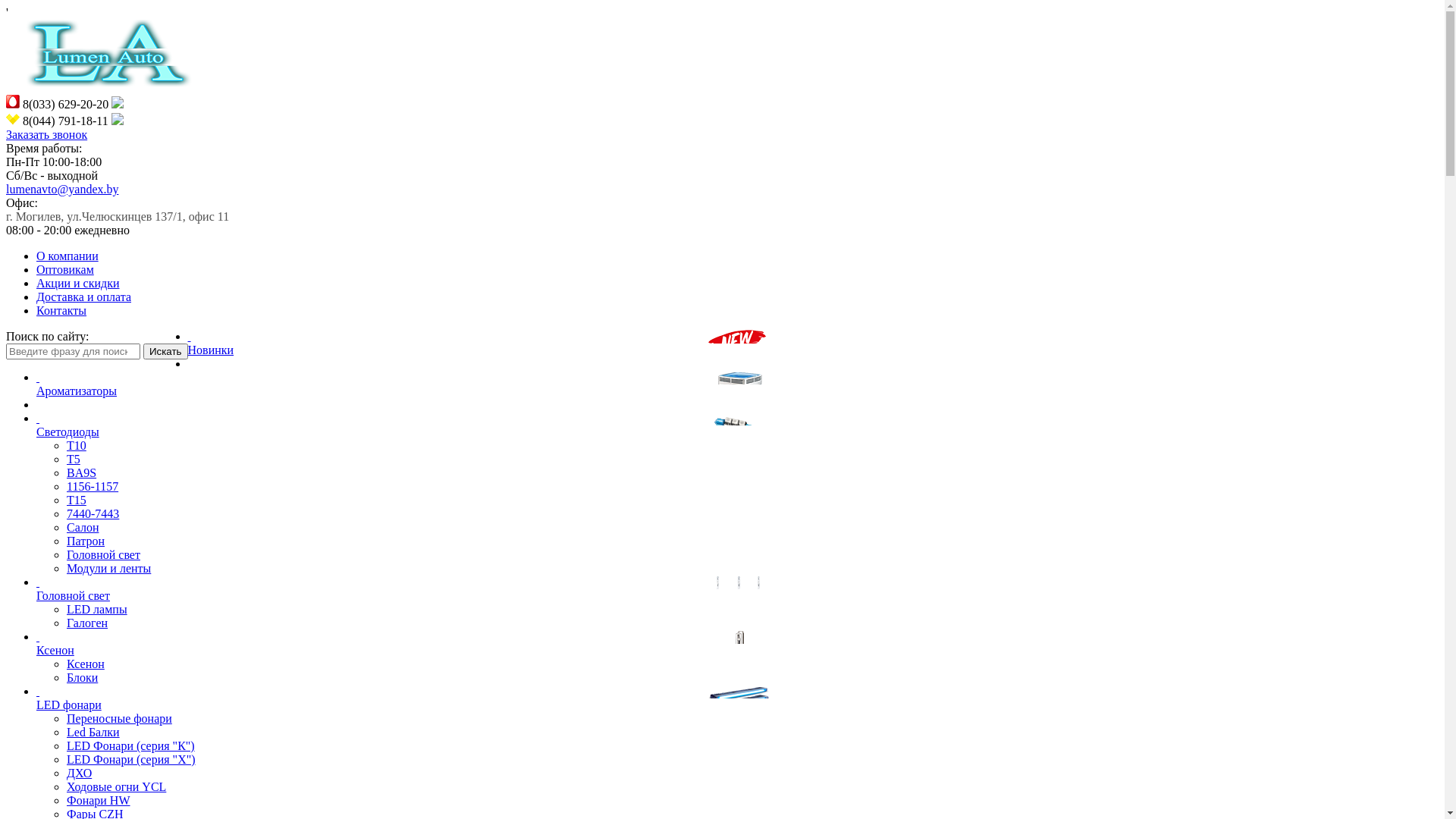 This screenshot has width=1456, height=819. I want to click on '1156-1157', so click(91, 486).